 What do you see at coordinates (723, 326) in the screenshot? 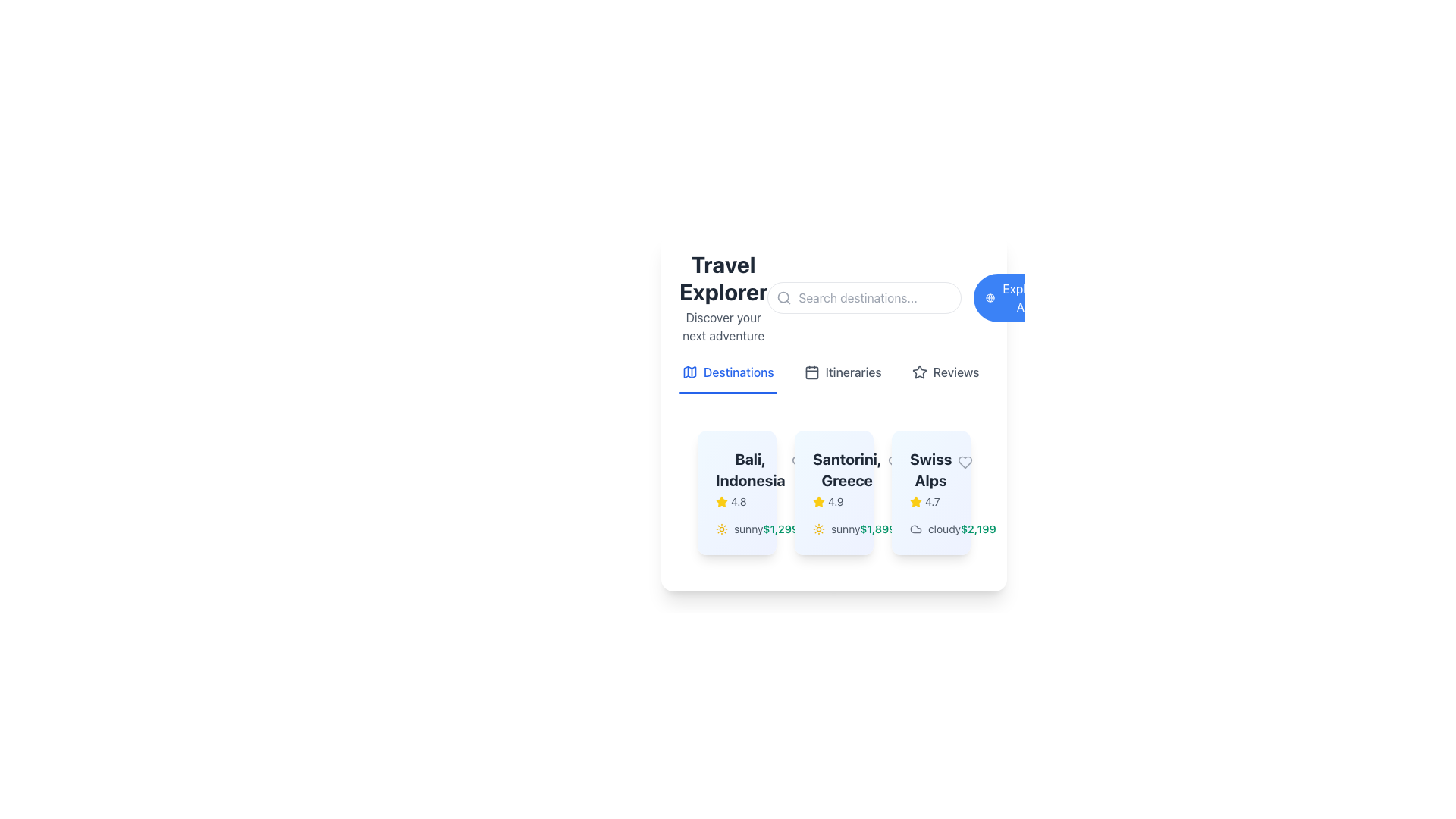
I see `text label displaying 'Discover your next adventure', which is styled with a gray font color and located directly beneath the header 'Travel Explorer'` at bounding box center [723, 326].